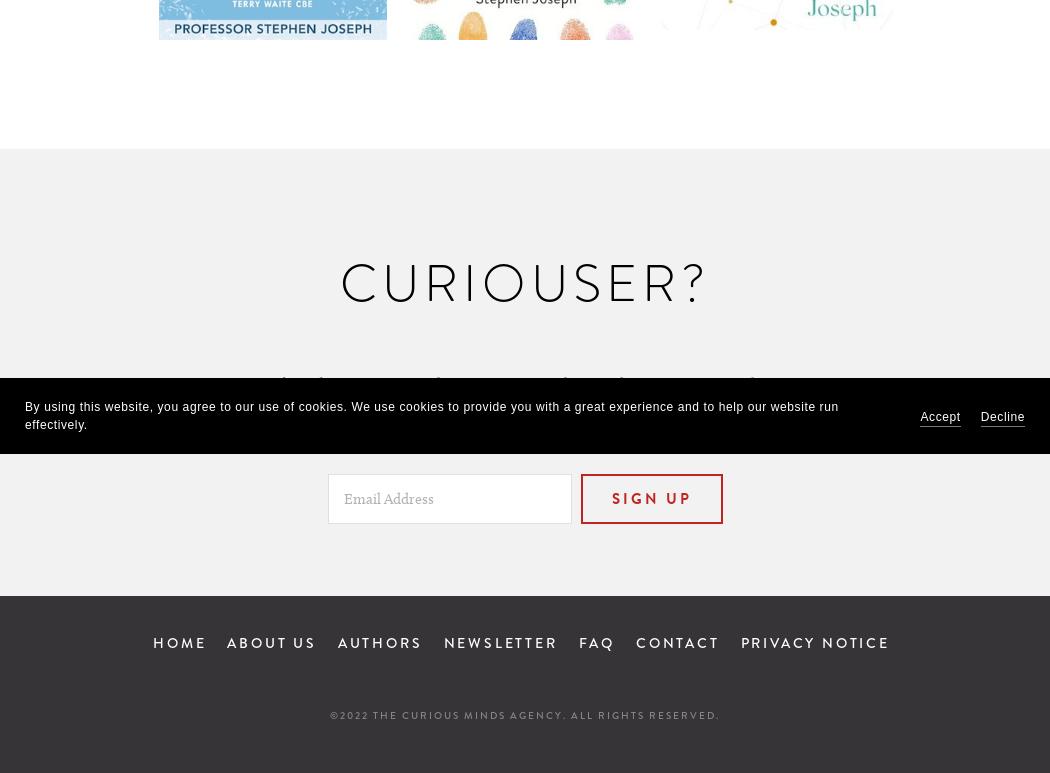  Describe the element at coordinates (938, 415) in the screenshot. I see `'Accept'` at that location.